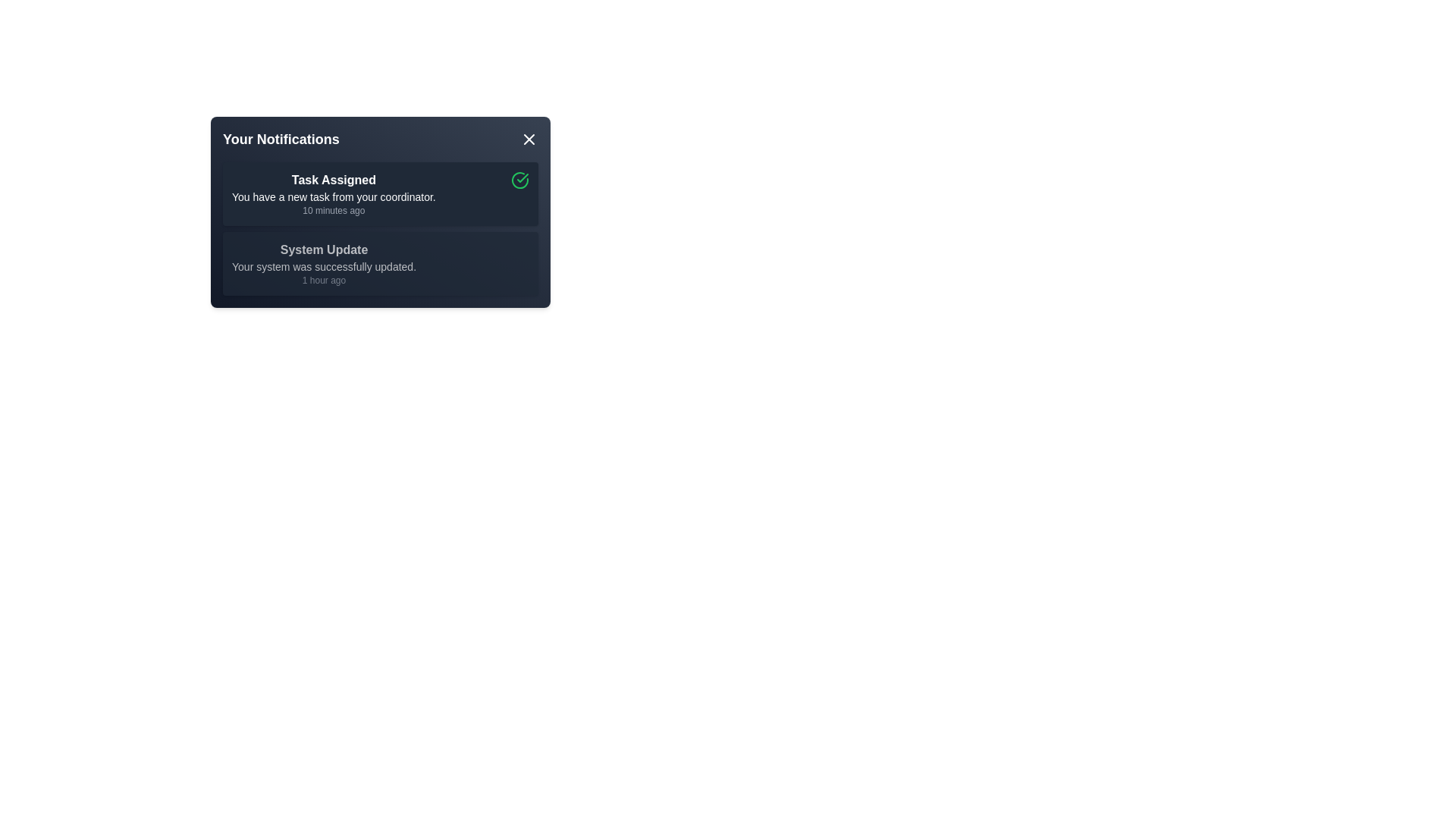 Image resolution: width=1456 pixels, height=819 pixels. Describe the element at coordinates (381, 262) in the screenshot. I see `the Notification box that informs the user about a recent system update, positioned below the 'Task Assigned' notification in the 'Your Notifications' panel` at that location.